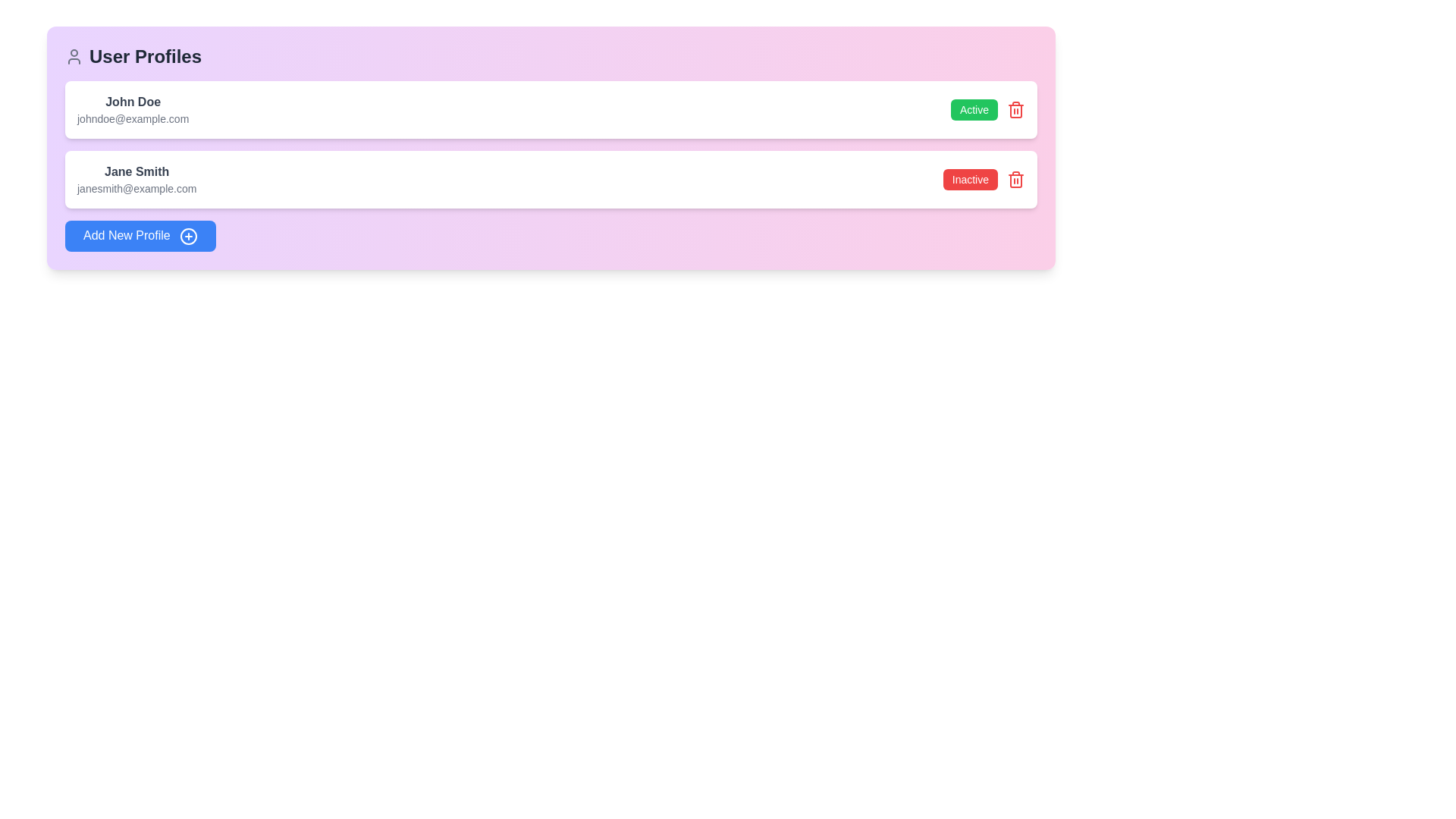 The height and width of the screenshot is (819, 1456). What do you see at coordinates (984, 178) in the screenshot?
I see `the activation status button for 'Jane Smith's profile, which is marked as inactive` at bounding box center [984, 178].